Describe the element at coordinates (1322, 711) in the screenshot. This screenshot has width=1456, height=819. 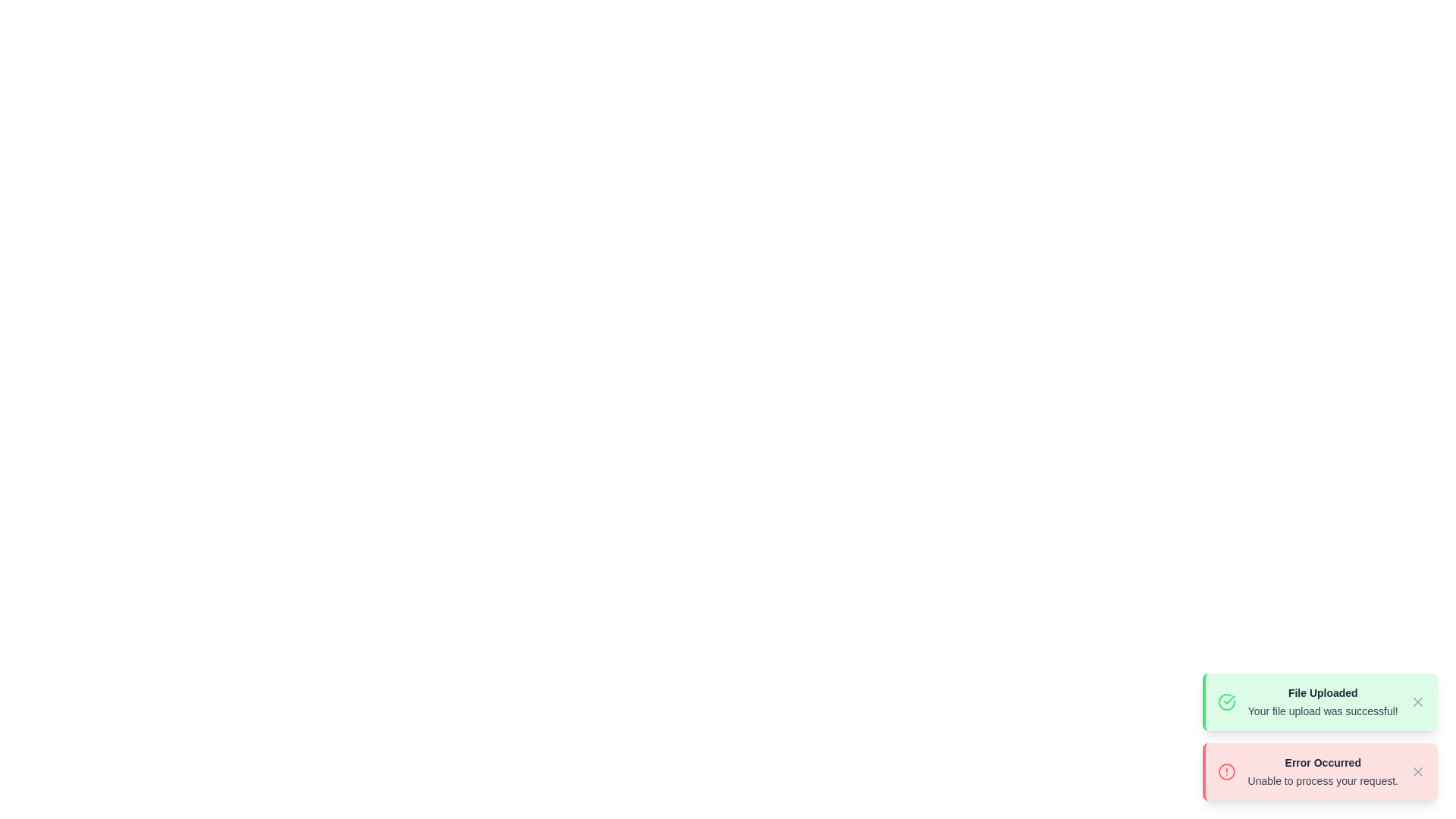
I see `text label that says 'Your file upload was successful!' located underneath the bold header 'File Uploaded' in a notification card` at that location.